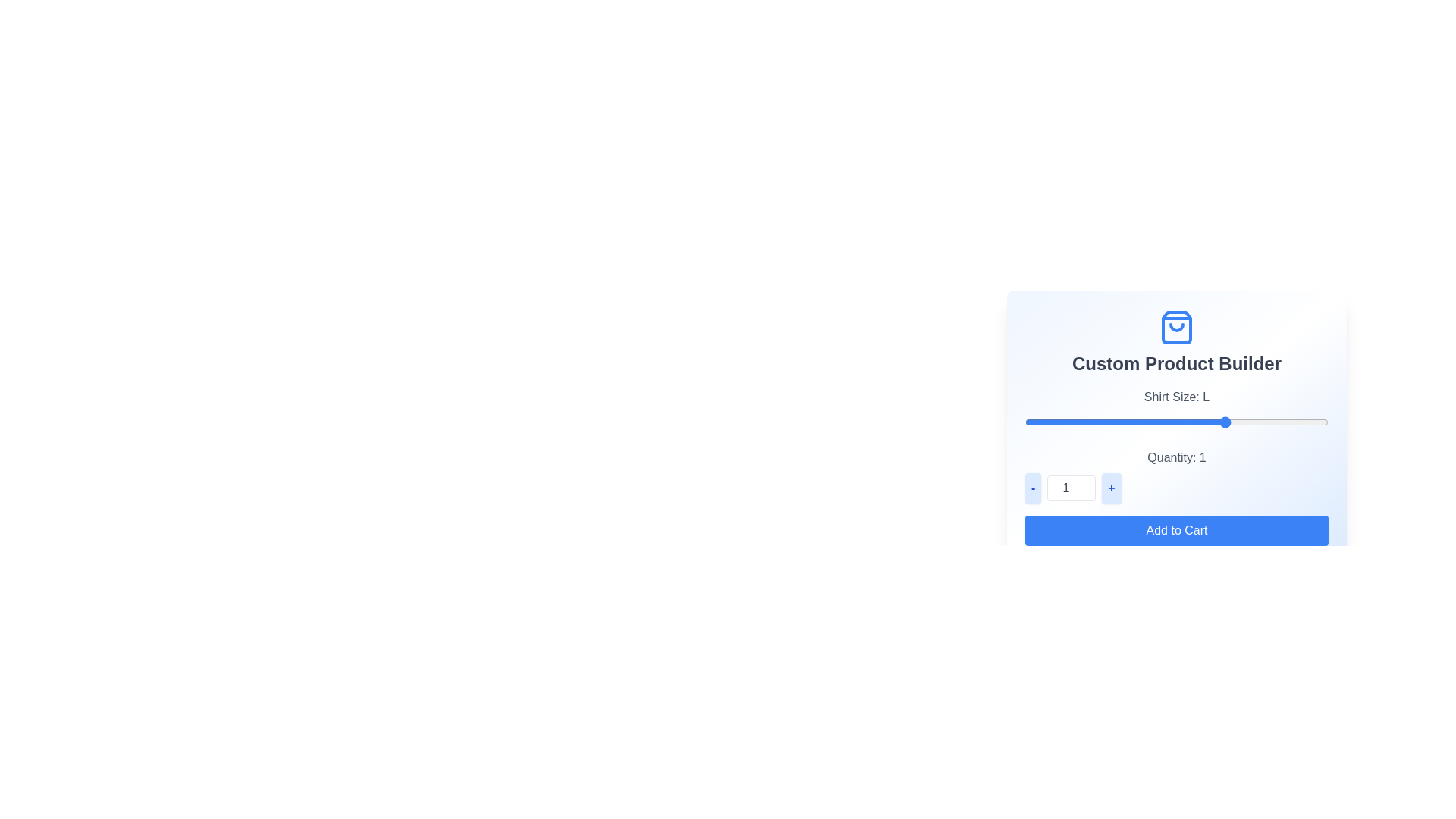  What do you see at coordinates (1175, 342) in the screenshot?
I see `the Header with an icon that identifies the custom product builder interface, located above the 'Shirt Size: L' text and other controls` at bounding box center [1175, 342].